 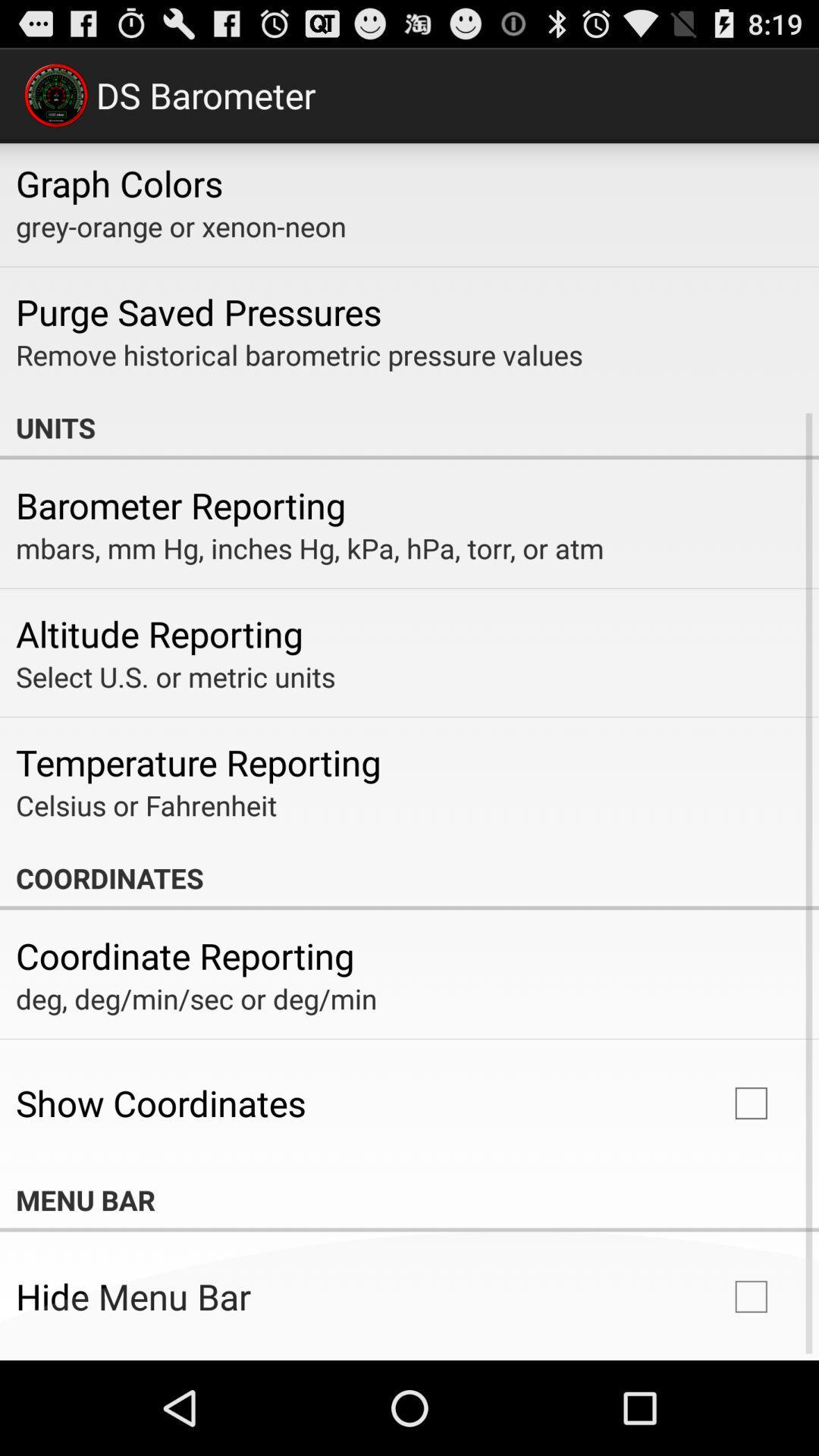 What do you see at coordinates (198, 311) in the screenshot?
I see `purge saved pressures item` at bounding box center [198, 311].